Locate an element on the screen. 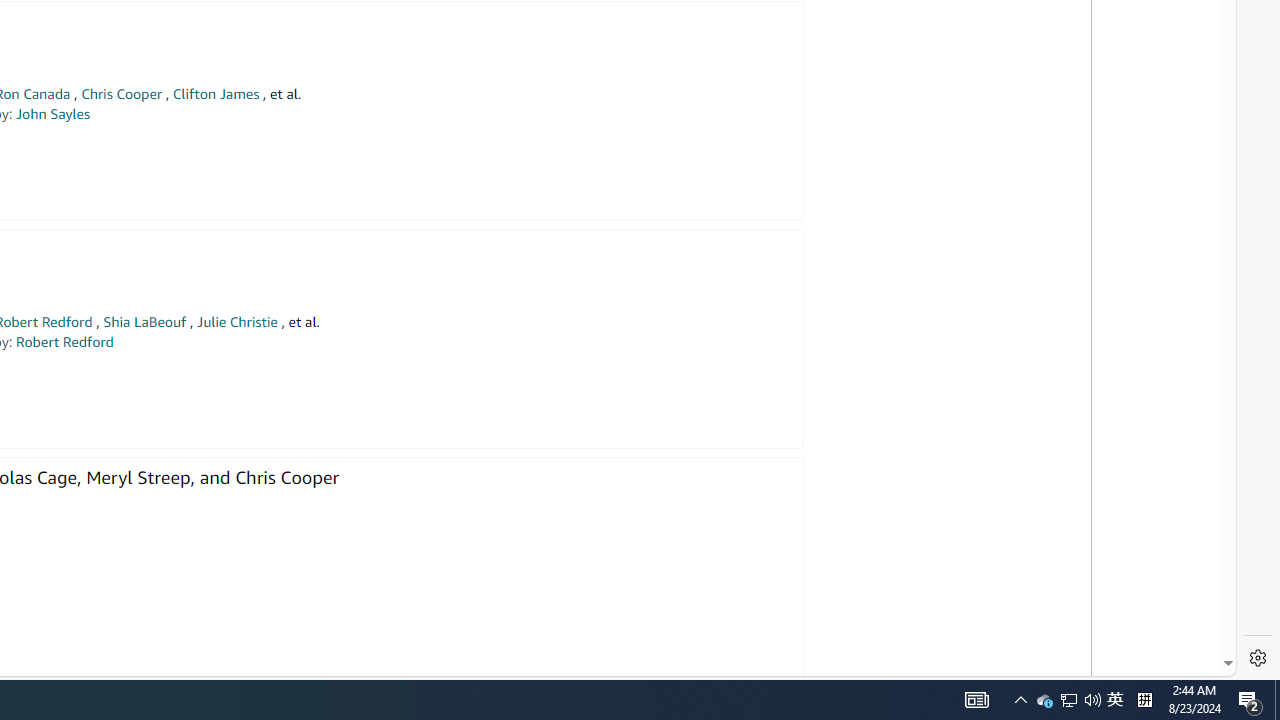  'John Sayles' is located at coordinates (53, 114).